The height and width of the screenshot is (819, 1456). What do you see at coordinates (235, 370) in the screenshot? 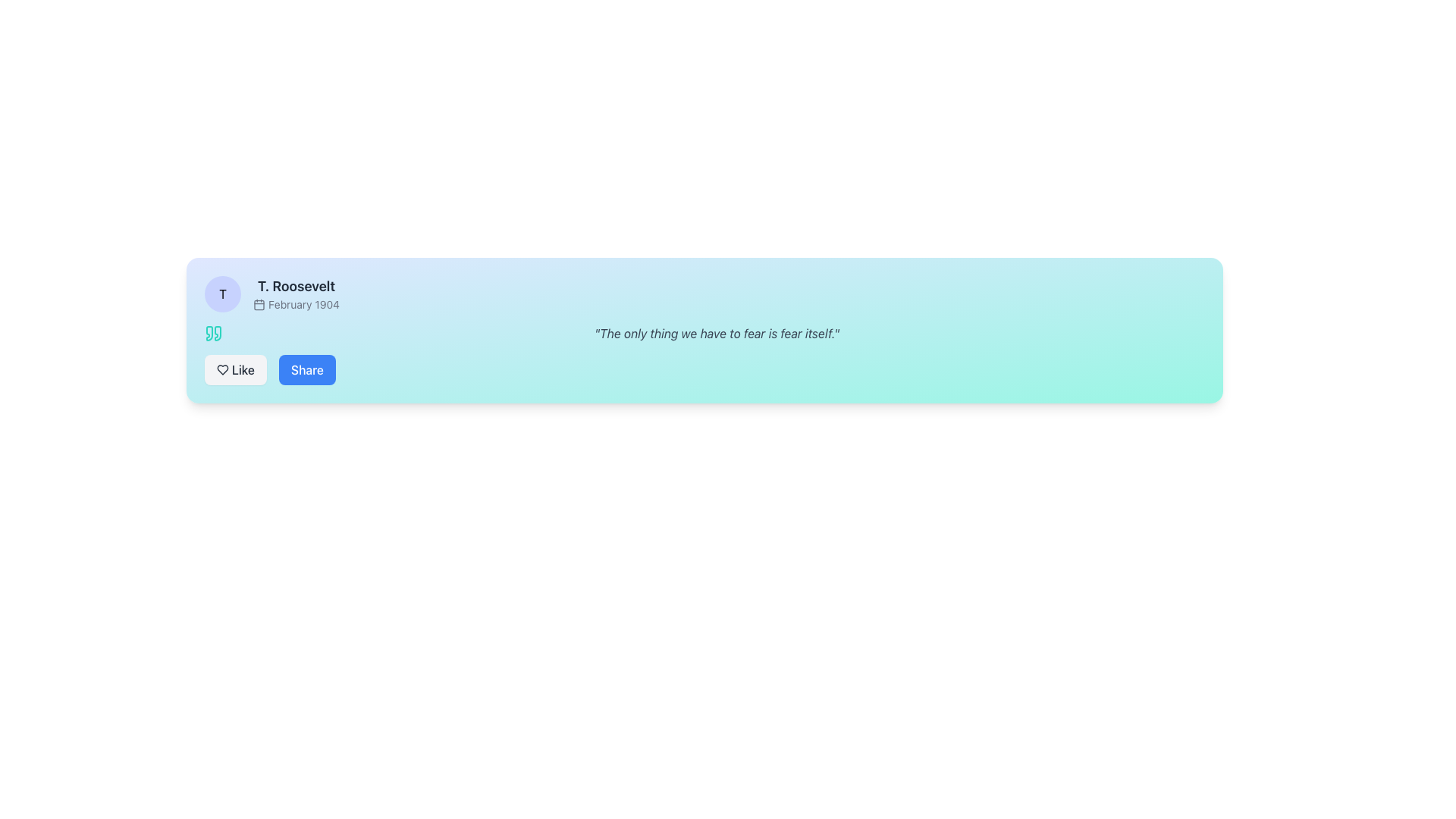
I see `the 'like' button located at the bottom-left section of the card-like component` at bounding box center [235, 370].